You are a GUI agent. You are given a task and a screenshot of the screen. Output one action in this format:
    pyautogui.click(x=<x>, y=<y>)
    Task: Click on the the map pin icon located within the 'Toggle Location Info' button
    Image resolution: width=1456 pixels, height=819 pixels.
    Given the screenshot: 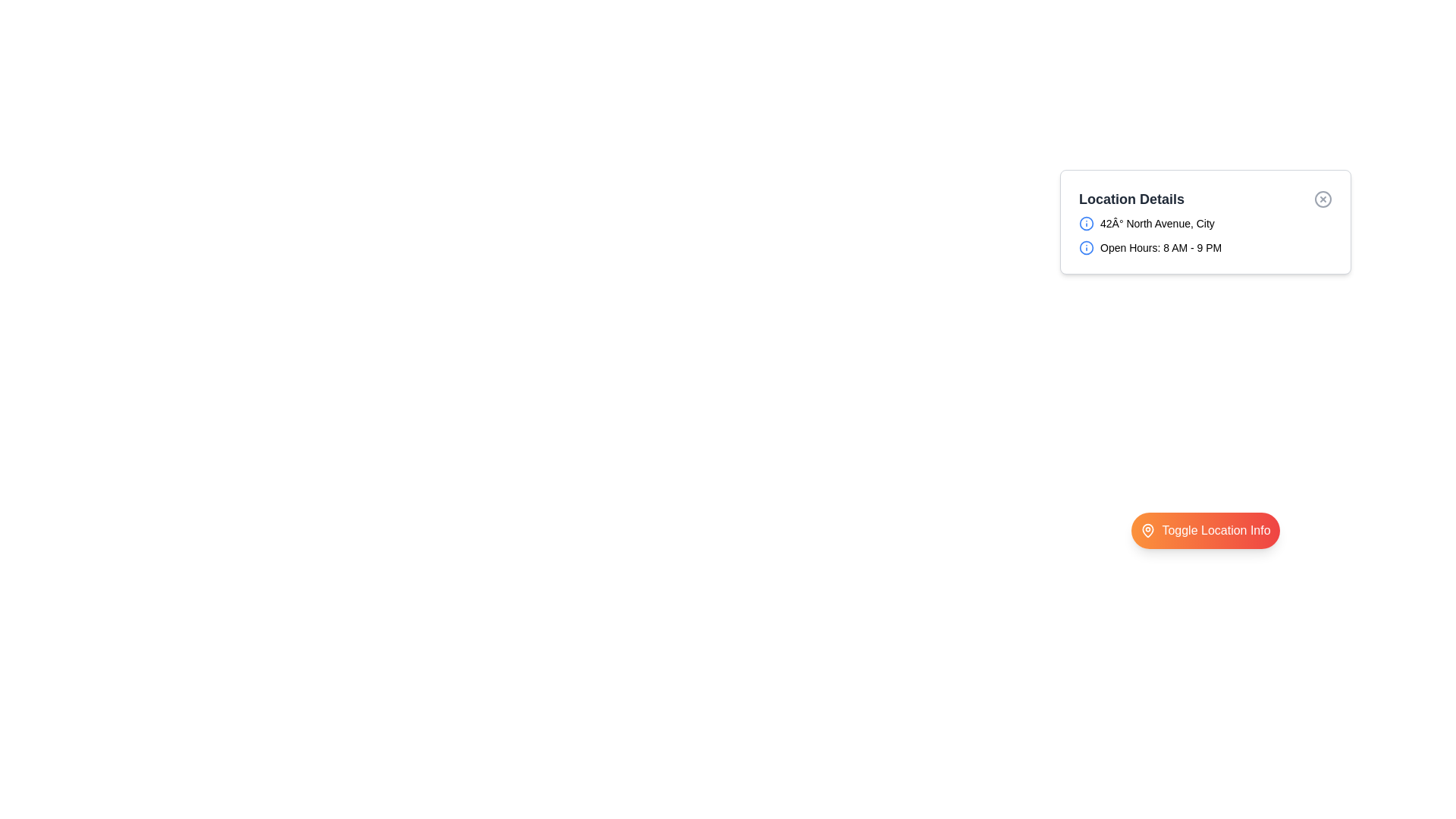 What is the action you would take?
    pyautogui.click(x=1148, y=529)
    